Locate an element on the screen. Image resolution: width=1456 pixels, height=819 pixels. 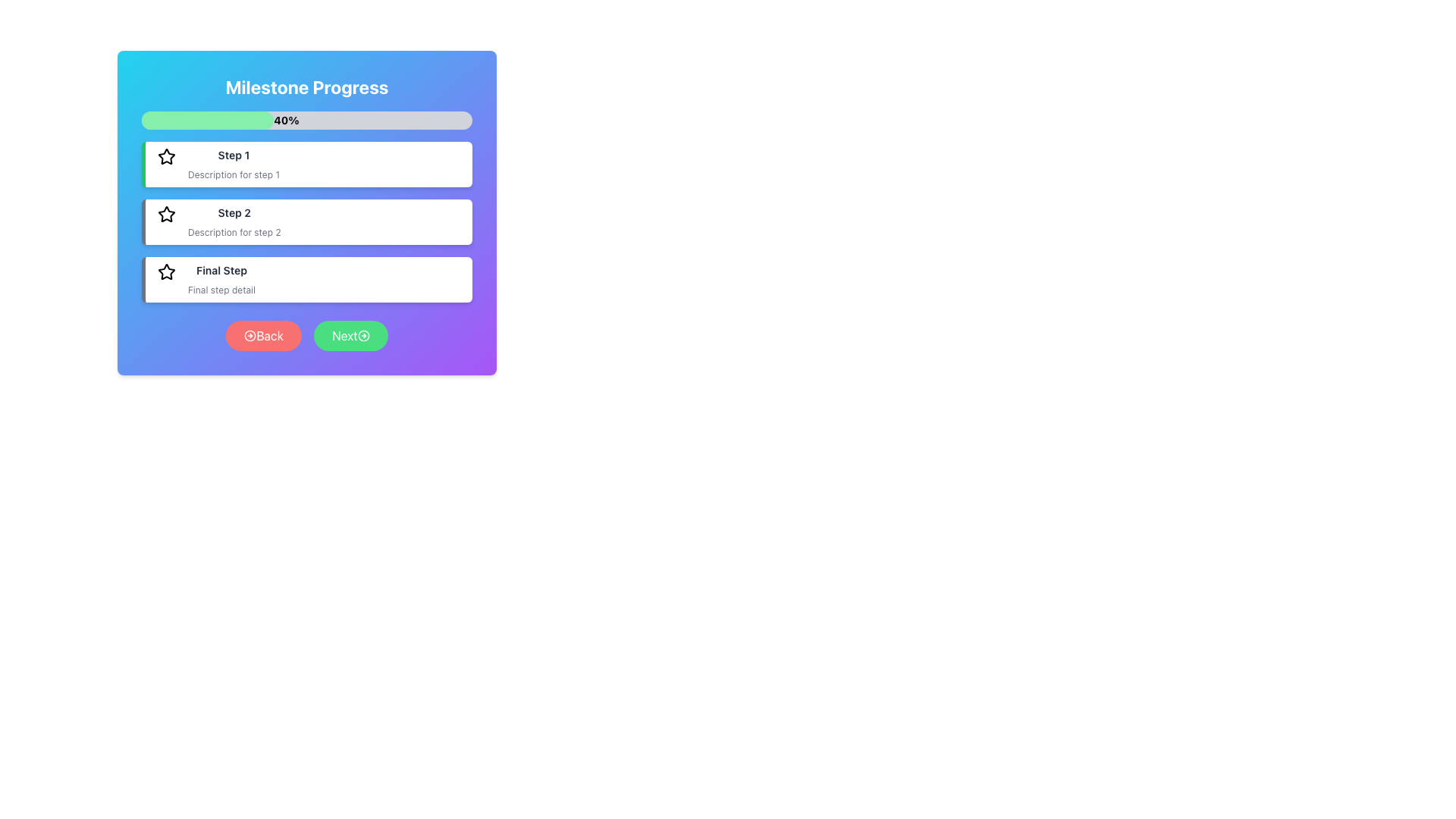
the decorative icon within the green 'Next' button to proceed to the next step in the interface workflow is located at coordinates (362, 335).